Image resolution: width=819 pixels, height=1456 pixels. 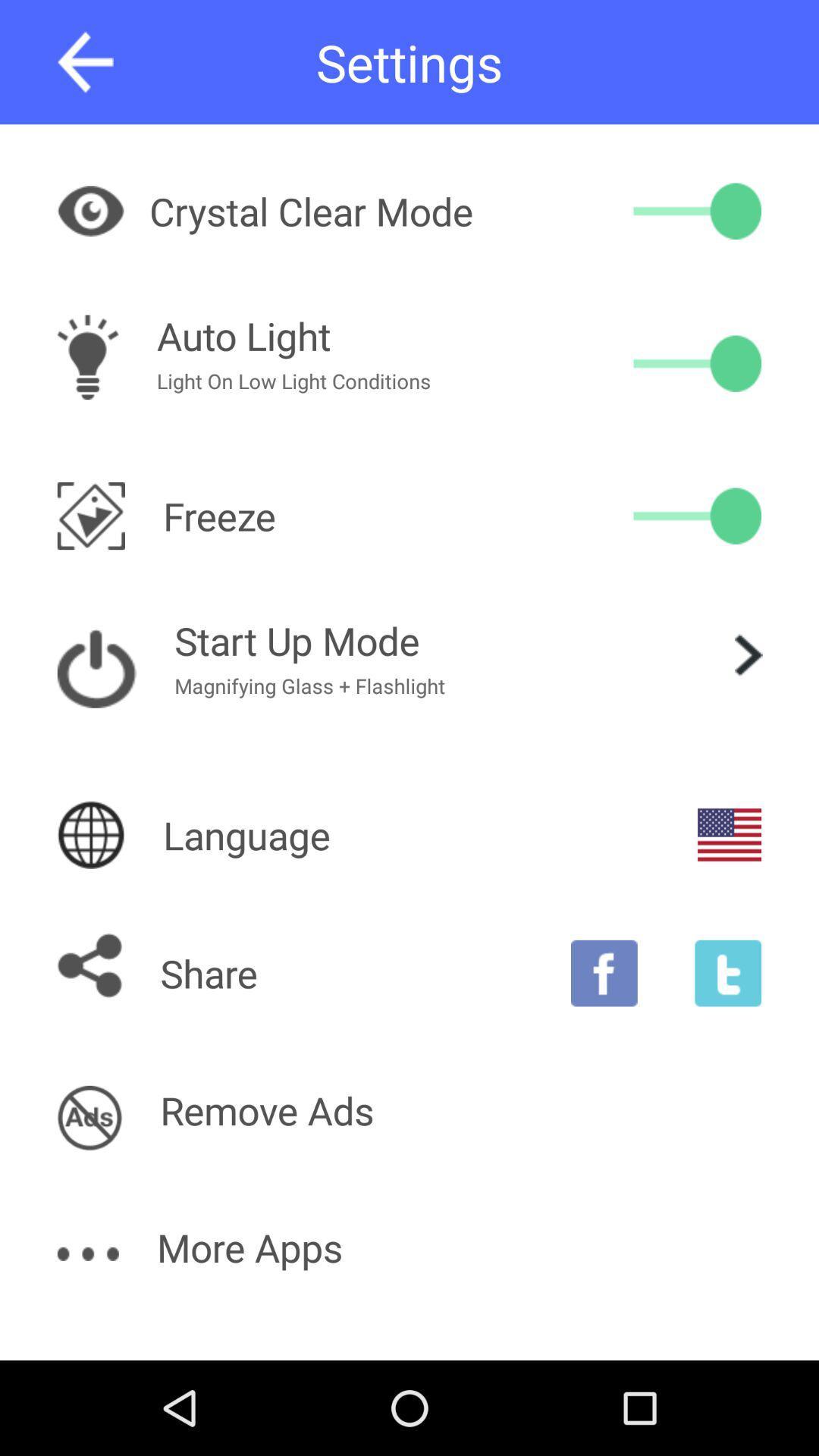 I want to click on the item next to crystal clear mode, so click(x=697, y=210).